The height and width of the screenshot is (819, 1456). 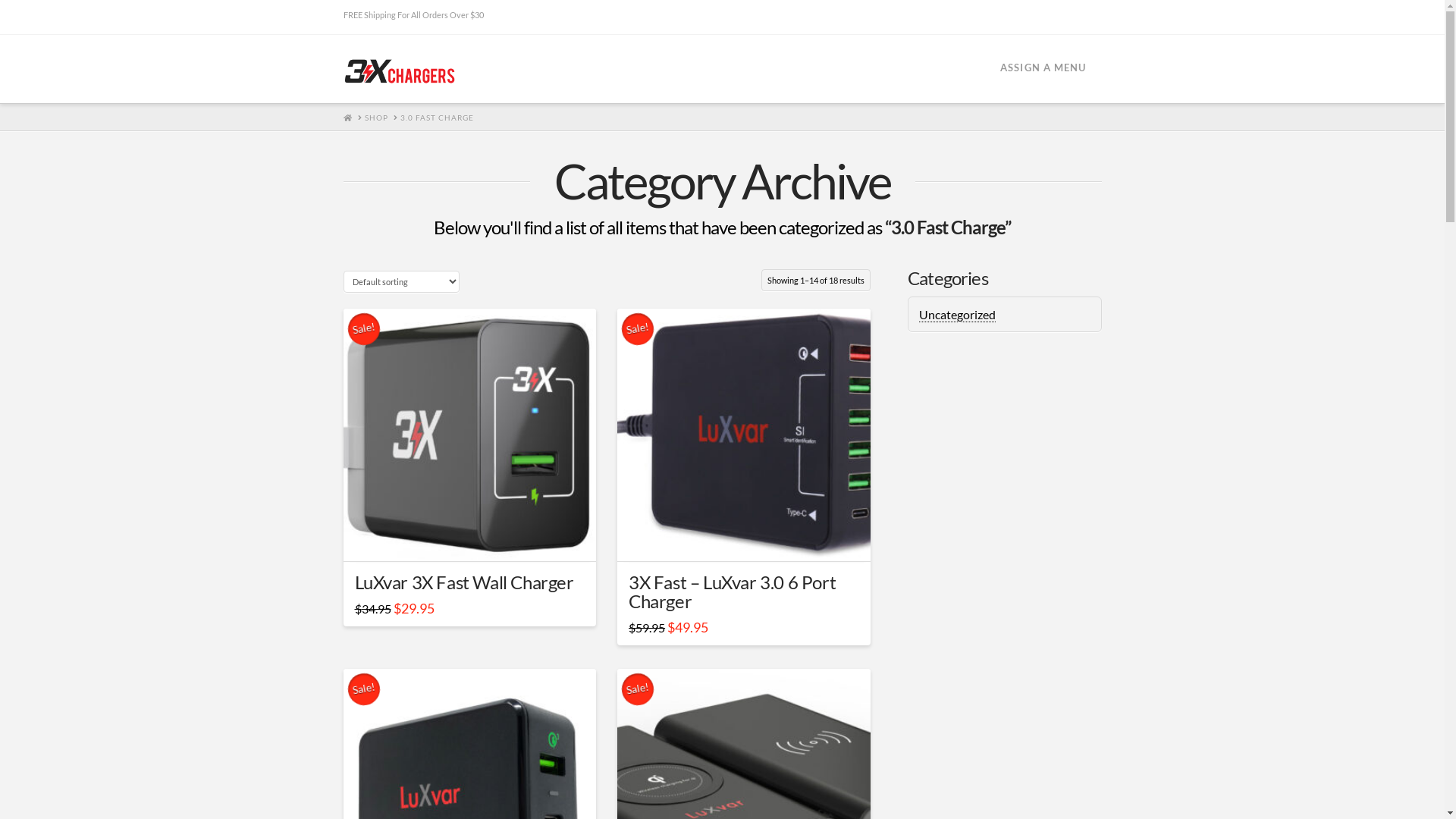 What do you see at coordinates (1042, 69) in the screenshot?
I see `'ASSIGN A MENU'` at bounding box center [1042, 69].